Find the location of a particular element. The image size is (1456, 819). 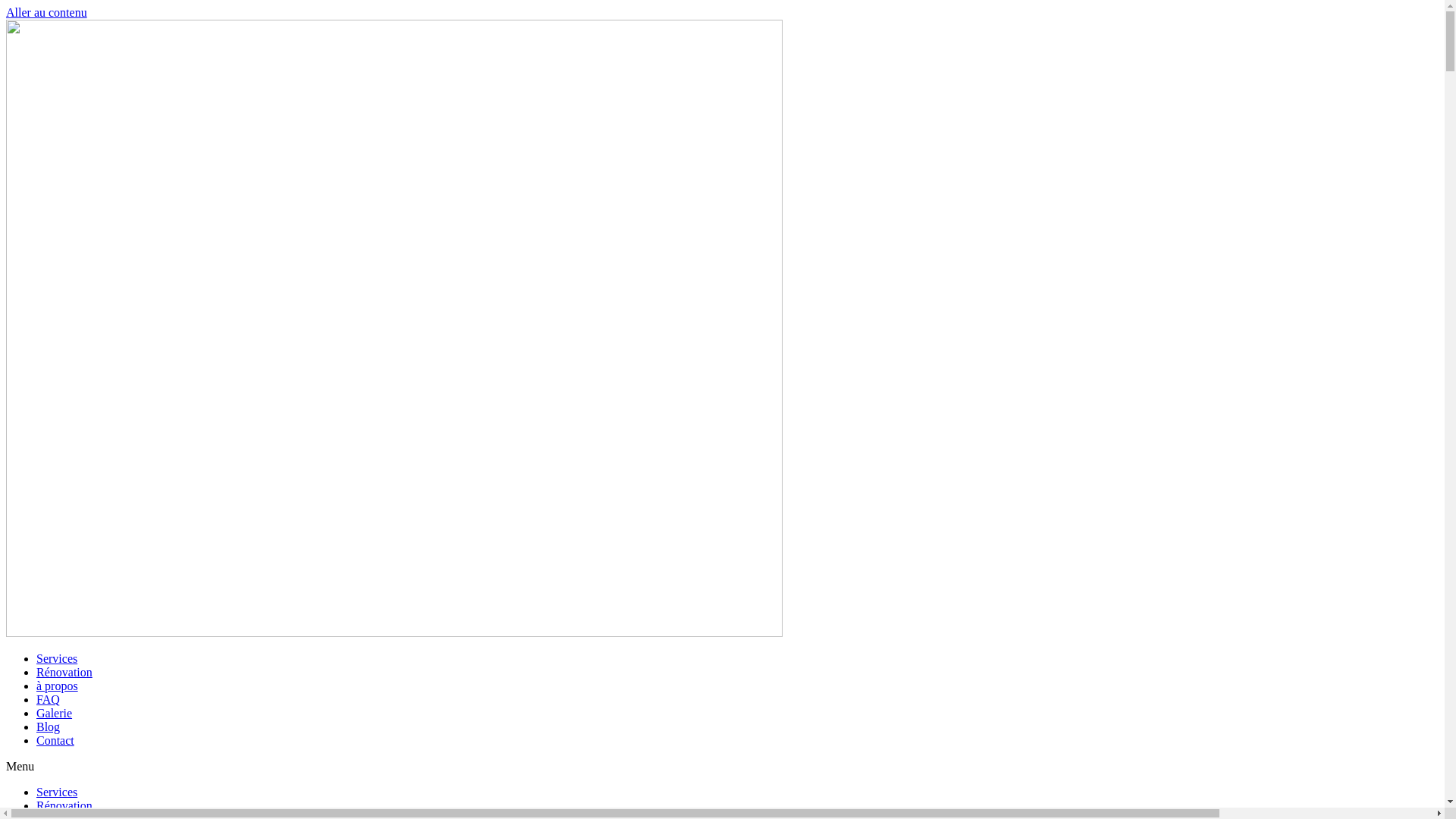

'Aller au contenu' is located at coordinates (46, 12).